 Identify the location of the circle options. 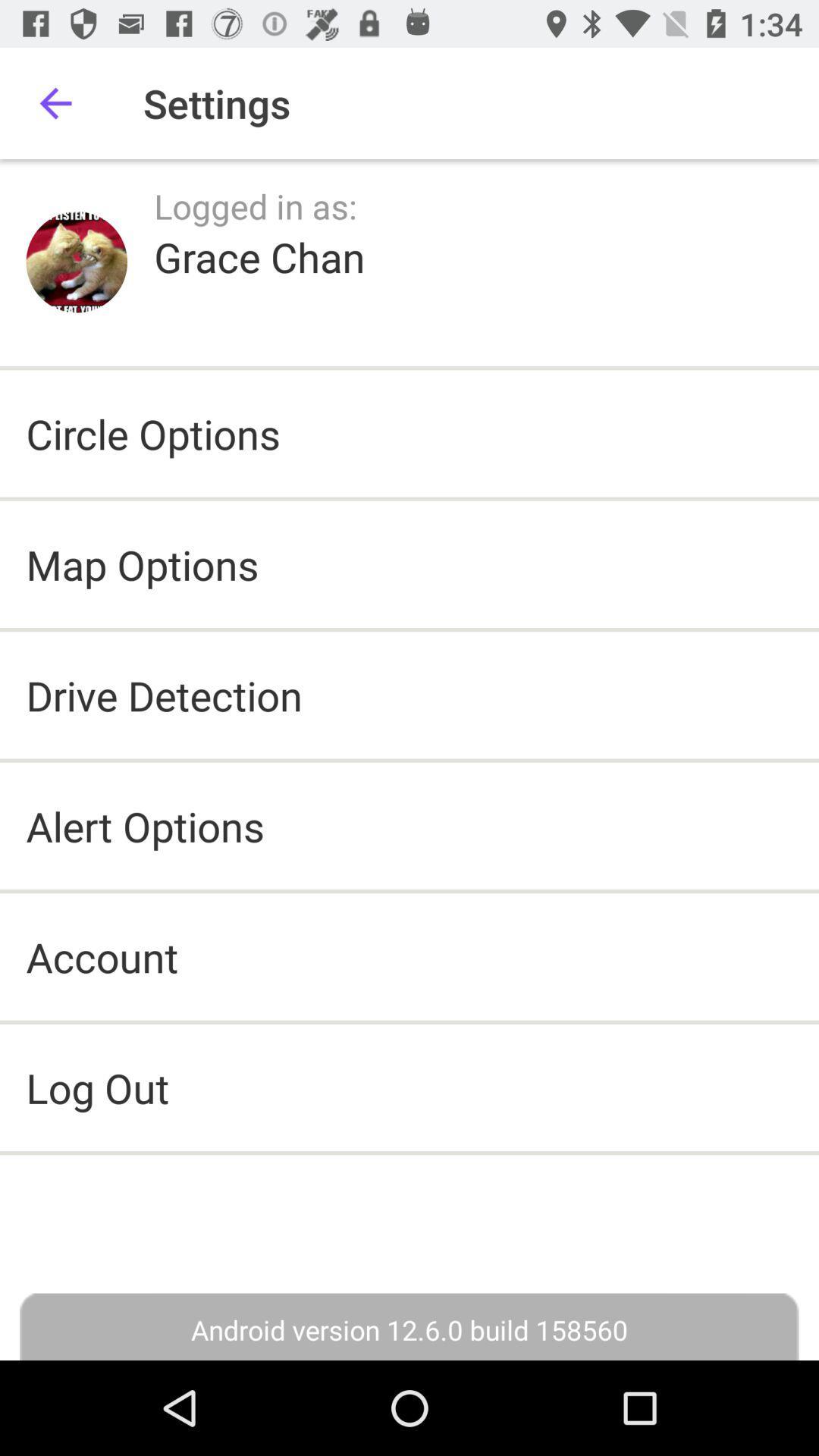
(153, 432).